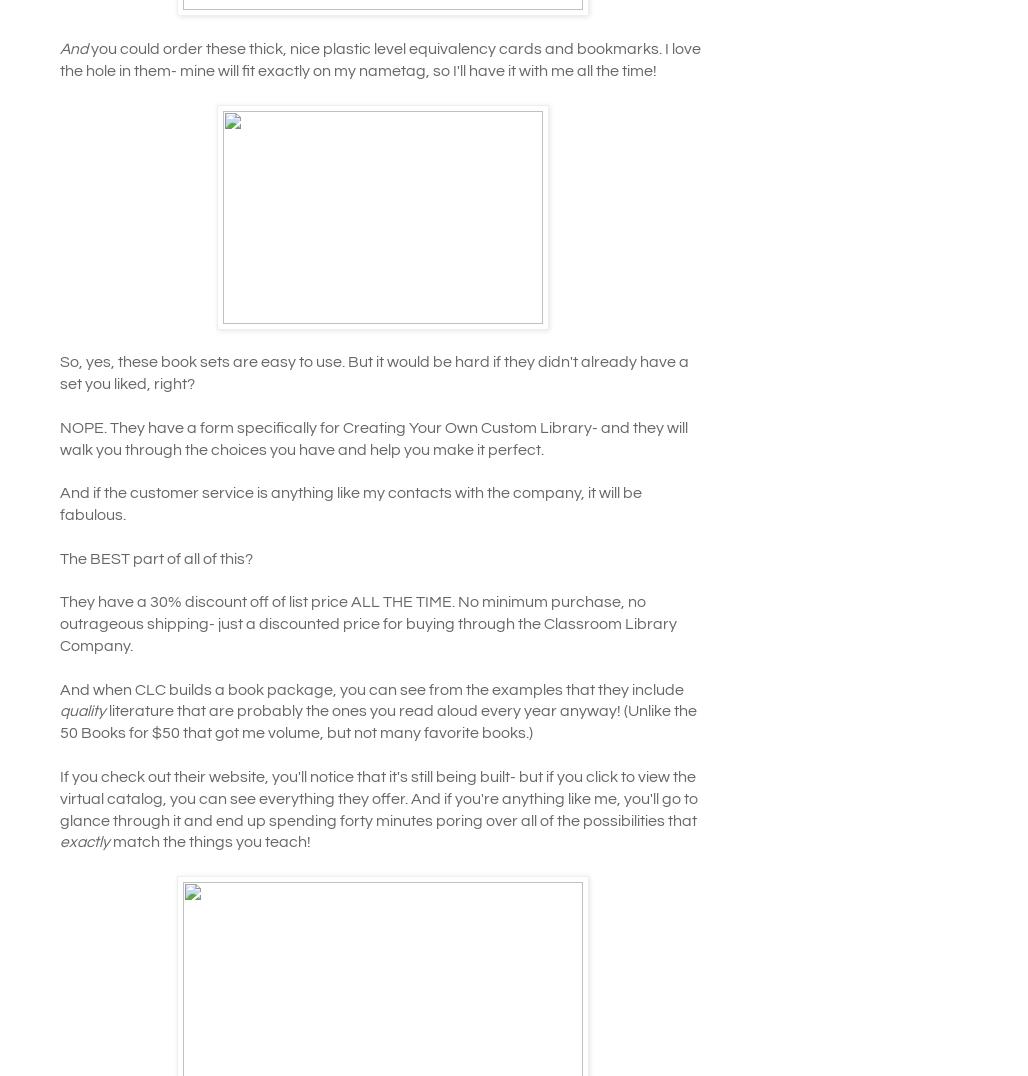  I want to click on 'They have a 30% discount off of list price ALL THE TIME. No minimum purchase, no outrageous shipping- just a discounted price for buying through the Classroom Library Company.', so click(367, 623).